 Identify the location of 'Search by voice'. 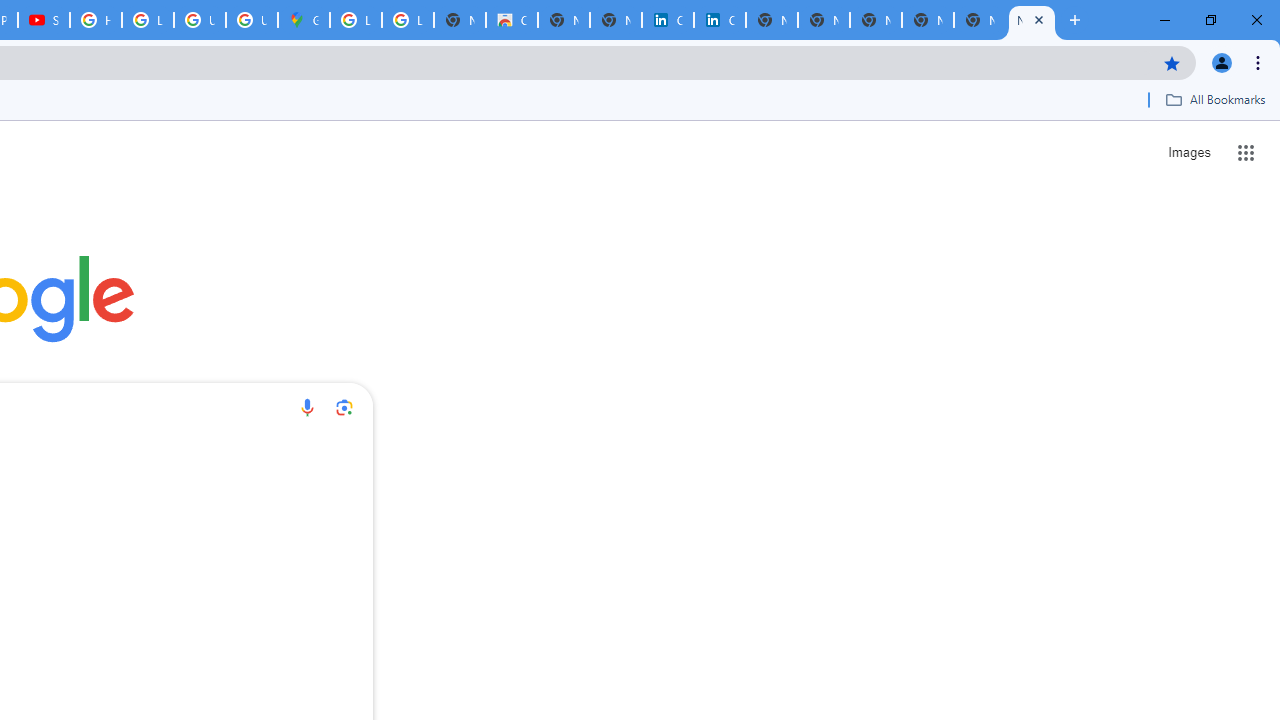
(306, 406).